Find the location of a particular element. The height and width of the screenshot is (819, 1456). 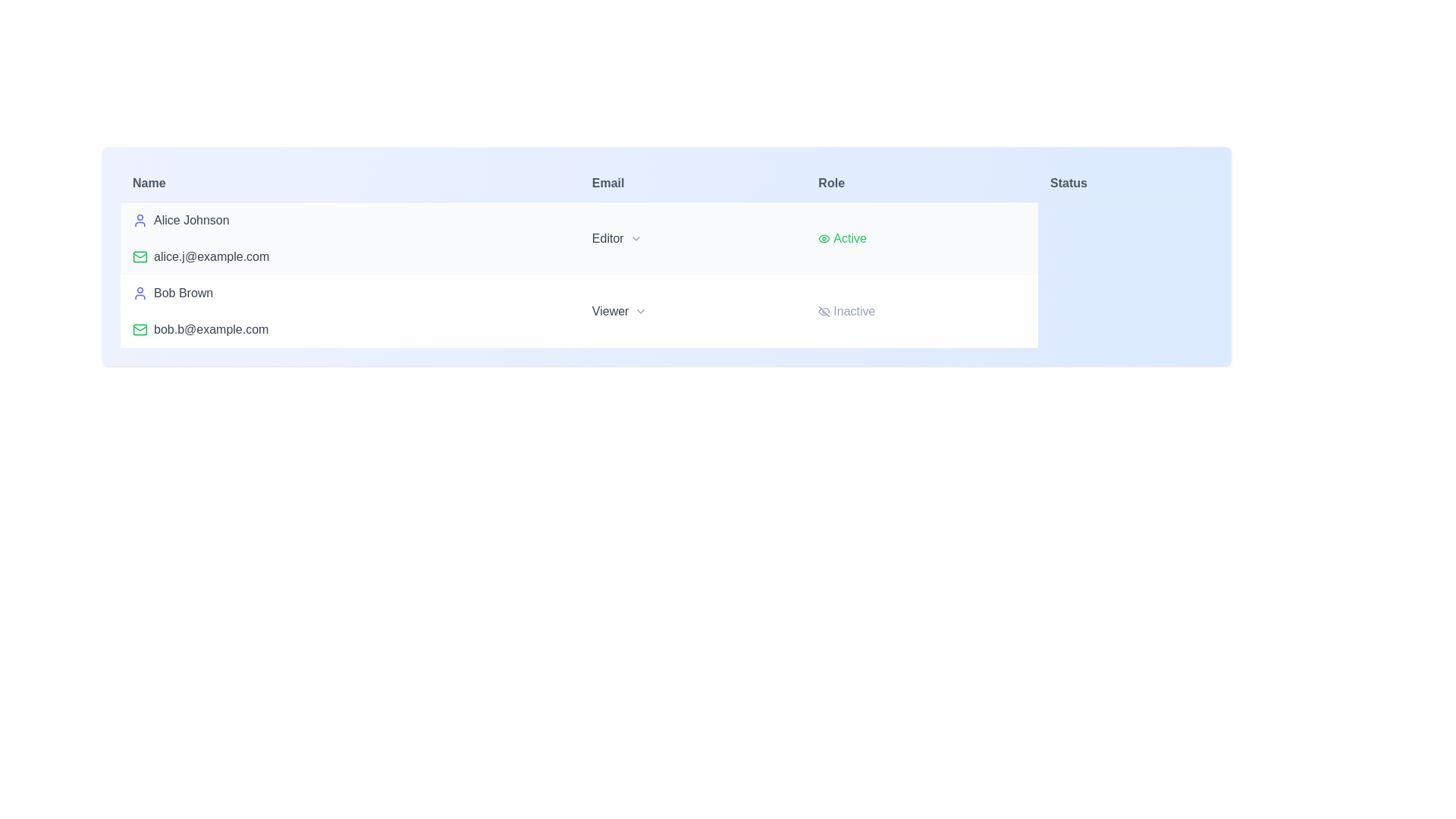

the second row under the 'Email' column in the table that contains information about Bob Brown's email address is located at coordinates (349, 329).